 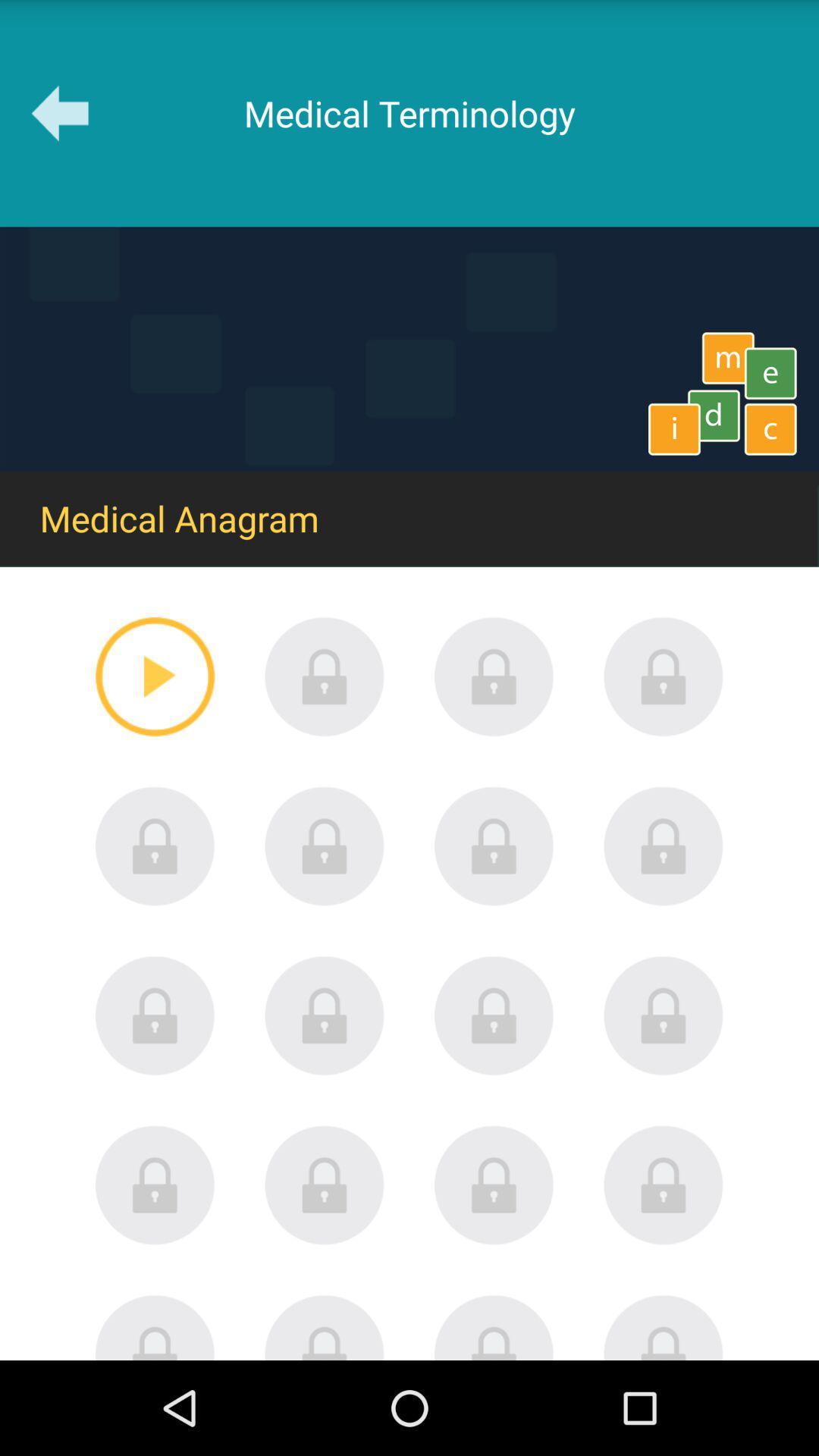 I want to click on password, so click(x=155, y=846).